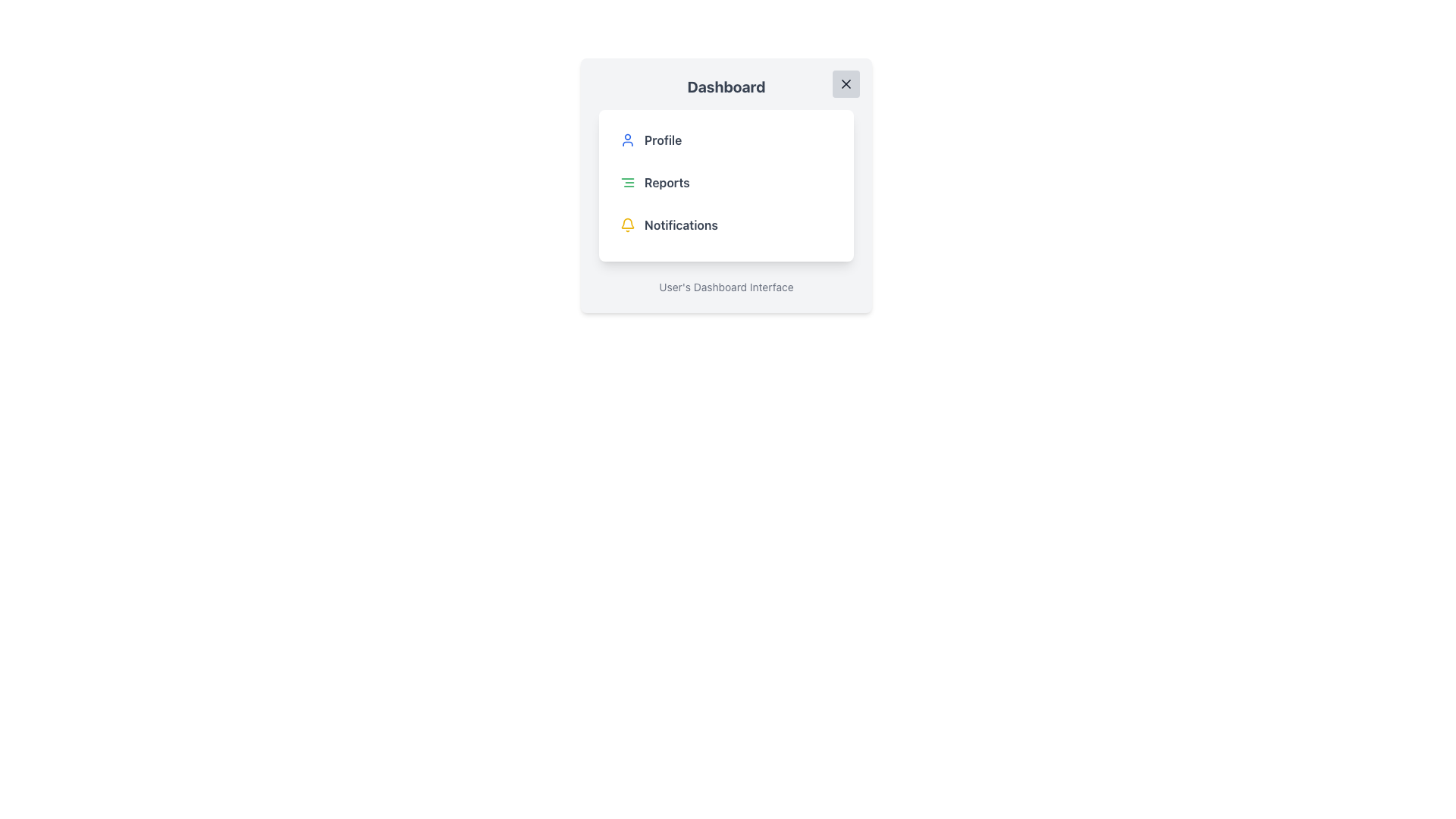 This screenshot has height=819, width=1456. What do you see at coordinates (667, 181) in the screenshot?
I see `the 'Reports' text label located within the 'Dashboard' menu` at bounding box center [667, 181].